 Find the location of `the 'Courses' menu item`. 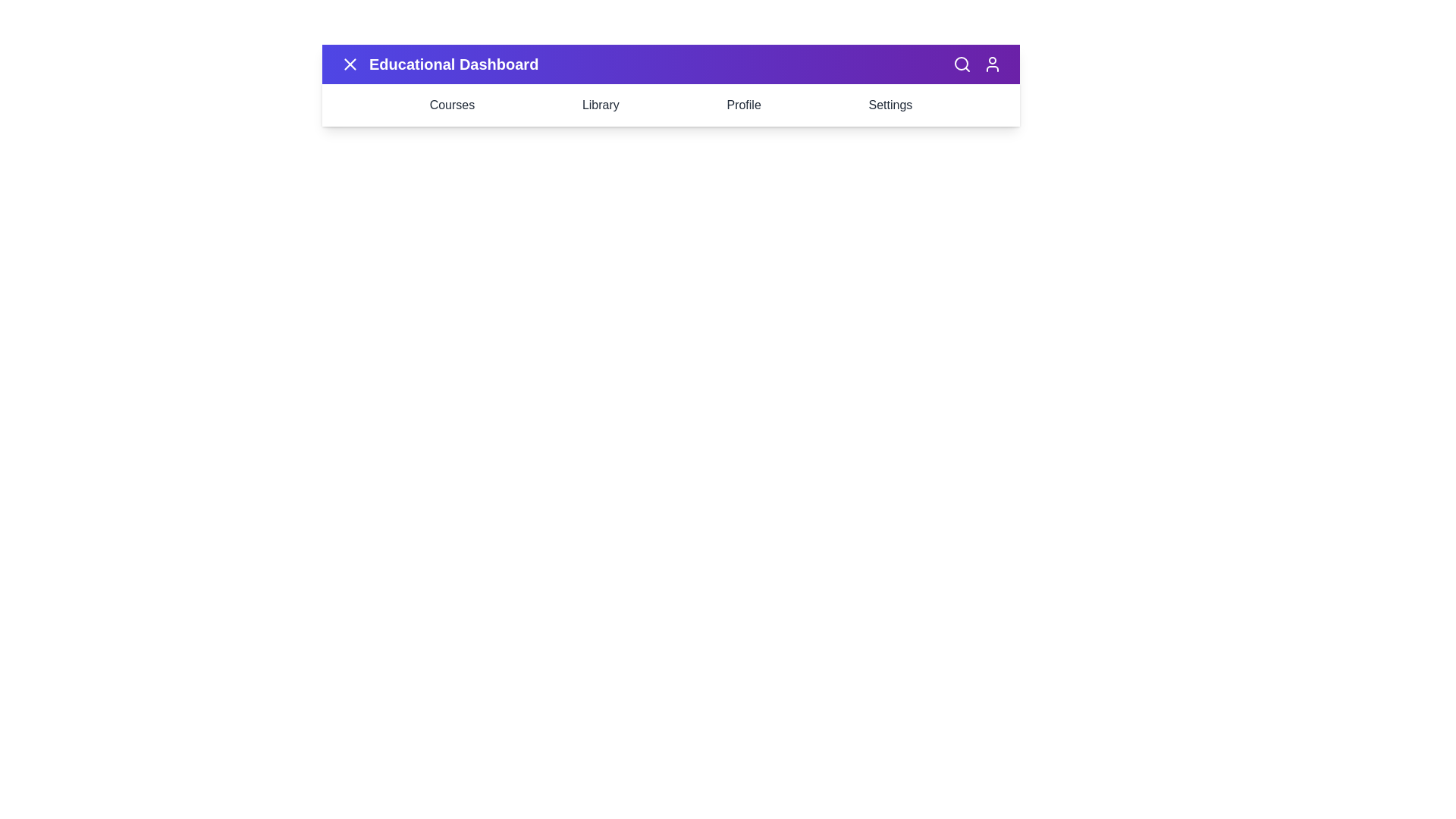

the 'Courses' menu item is located at coordinates (450, 104).